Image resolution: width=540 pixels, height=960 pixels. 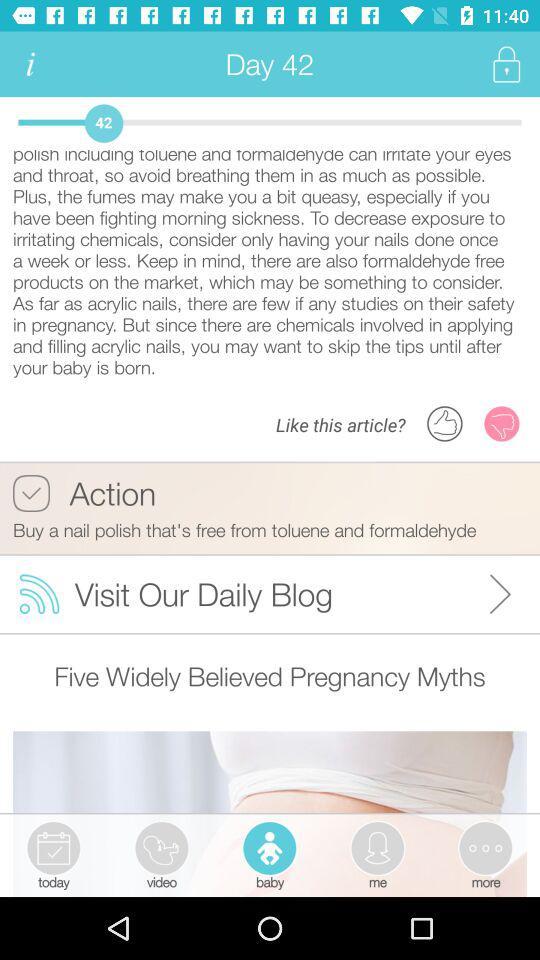 What do you see at coordinates (29, 64) in the screenshot?
I see `more information` at bounding box center [29, 64].